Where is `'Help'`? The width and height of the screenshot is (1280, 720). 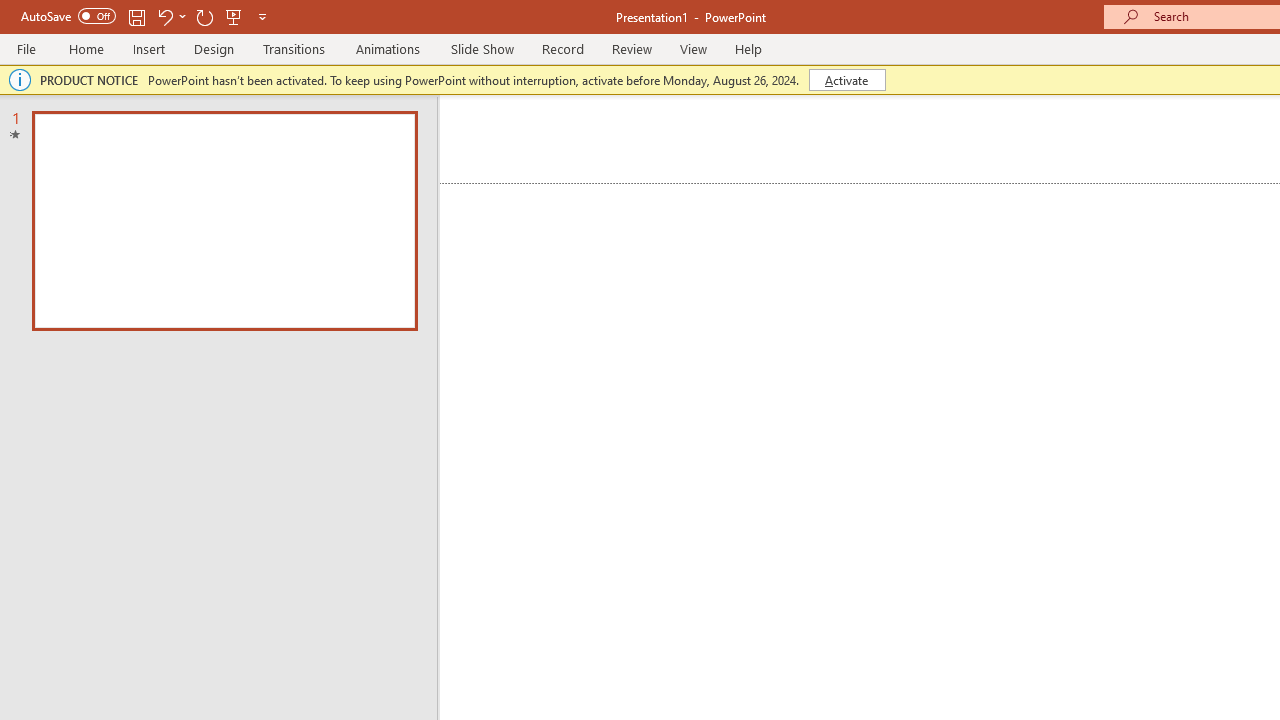
'Help' is located at coordinates (747, 48).